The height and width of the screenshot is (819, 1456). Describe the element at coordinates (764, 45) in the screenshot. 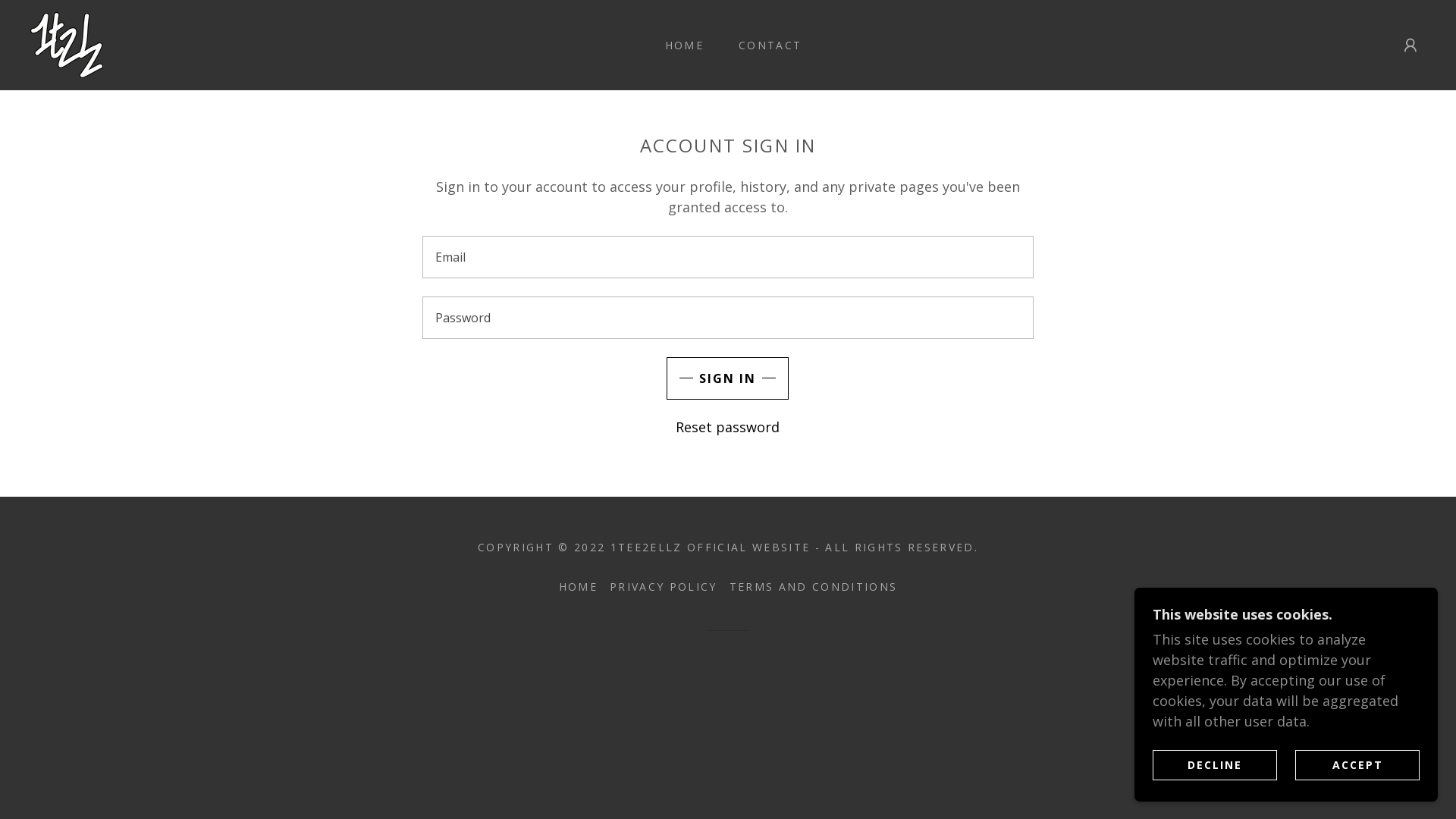

I see `'CONTACT'` at that location.